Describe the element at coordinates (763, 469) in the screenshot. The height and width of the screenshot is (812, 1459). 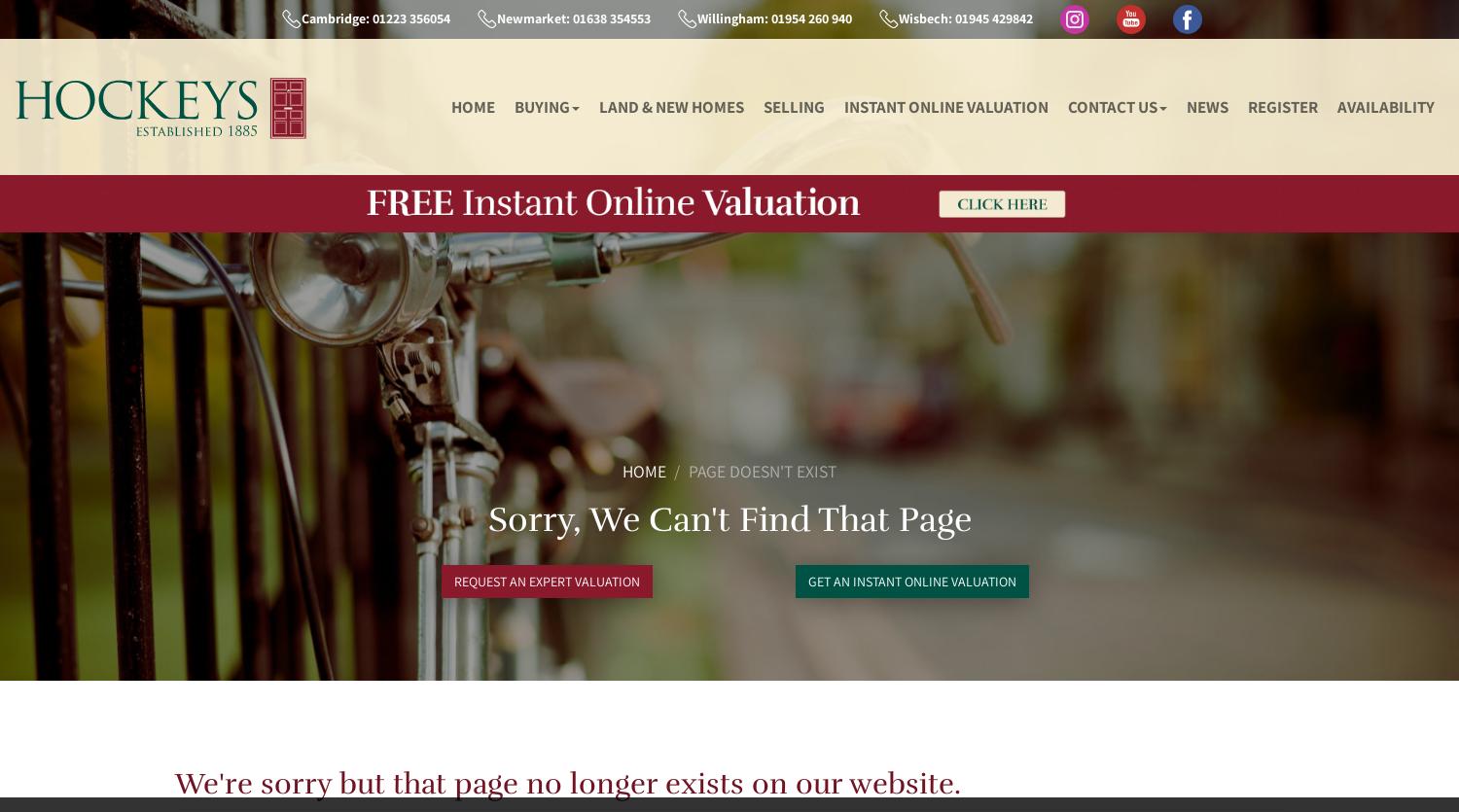
I see `'PAGE DOESN'T EXIST'` at that location.